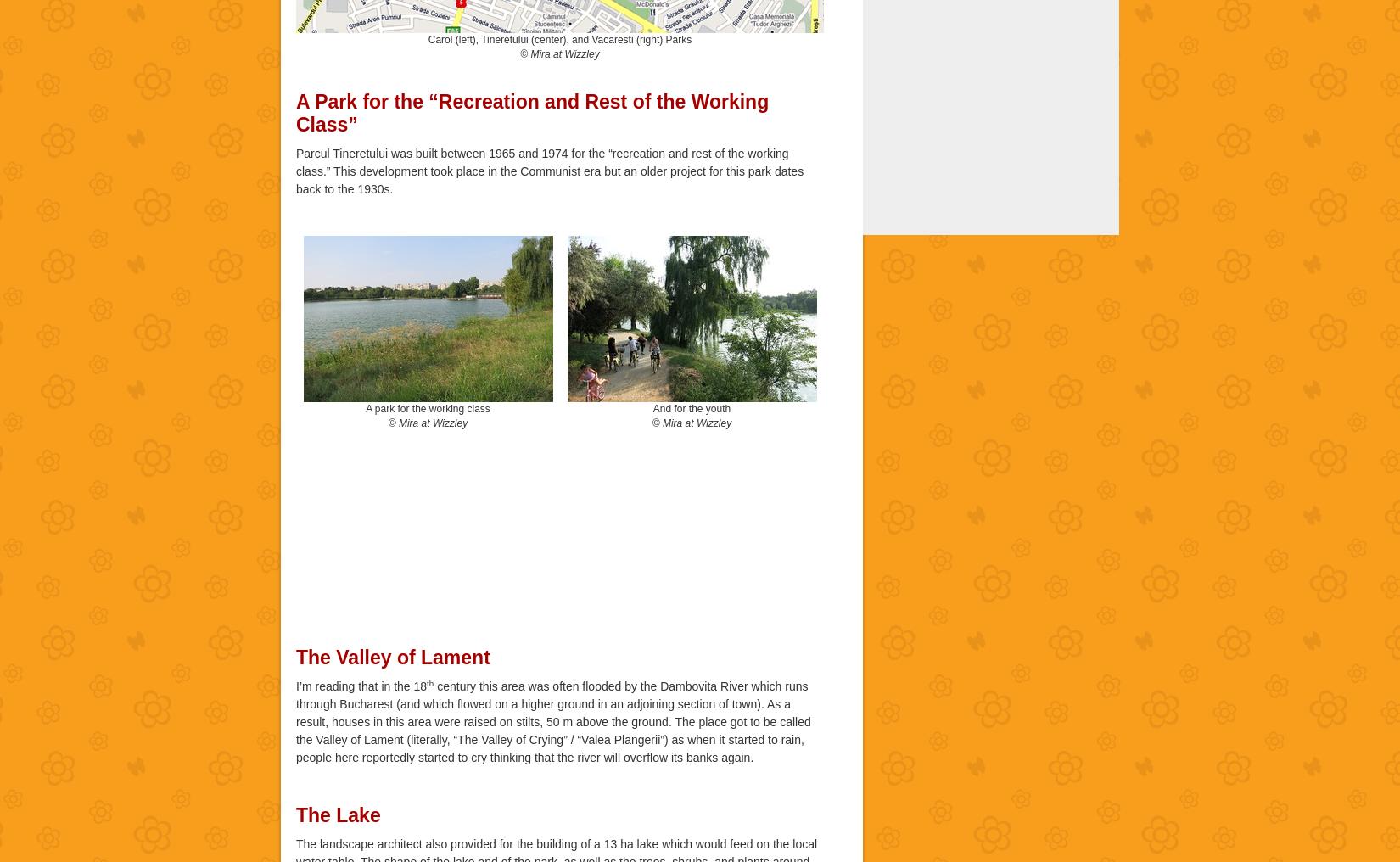  I want to click on 'Parcul Tineretului was built between 1965 and 1974 for the “recreation and rest of the working class.” This development took place in the Communist era but an older project for this park dates back to the 1930s.', so click(295, 170).